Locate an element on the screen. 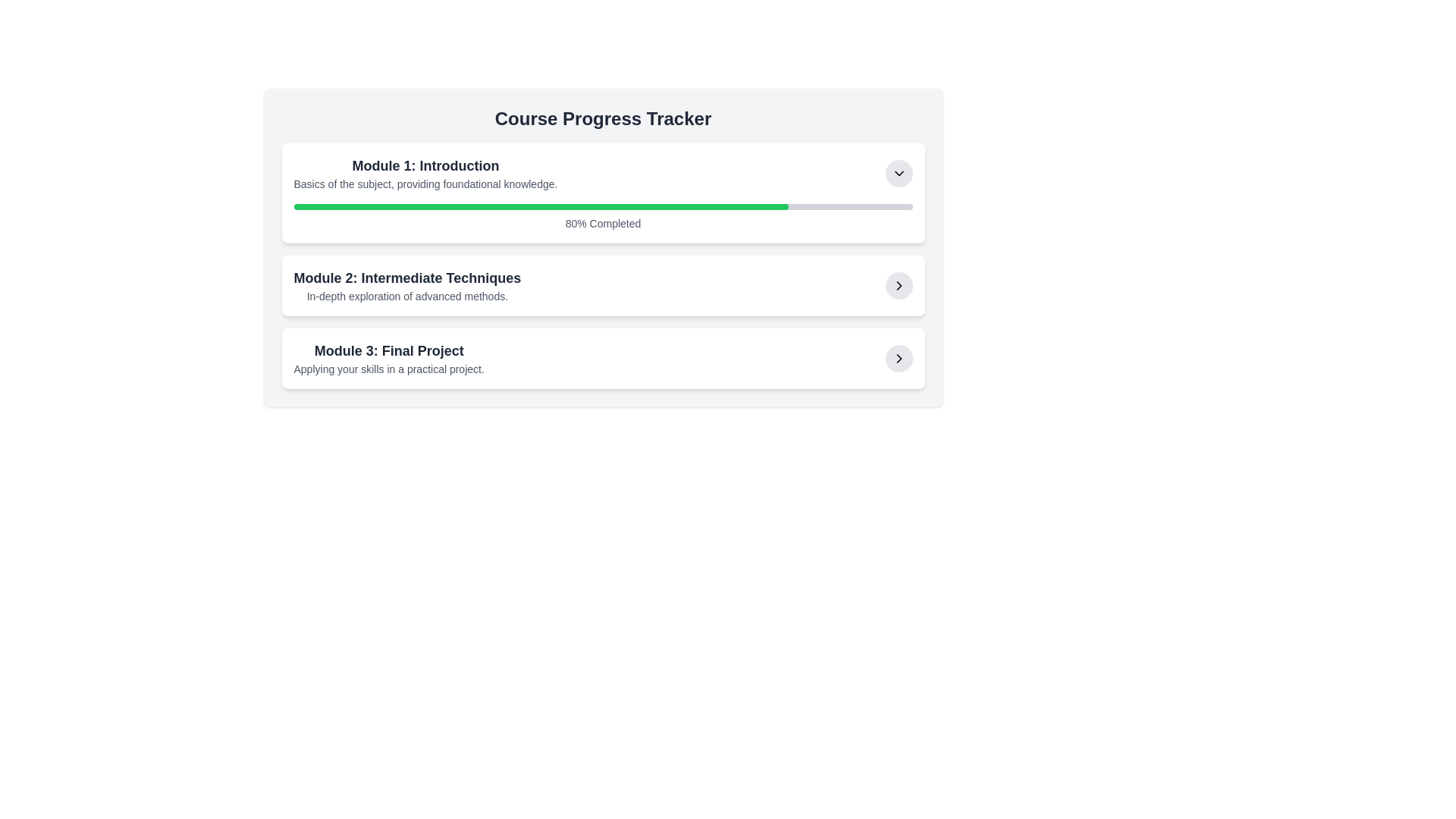 Image resolution: width=1456 pixels, height=819 pixels. the right-facing arrow icon located in the bottom-right corner of the 'Module 3: Final Project' section of the 'Course Progress Tracker' interface, which serves as a forward navigation button is located at coordinates (899, 286).